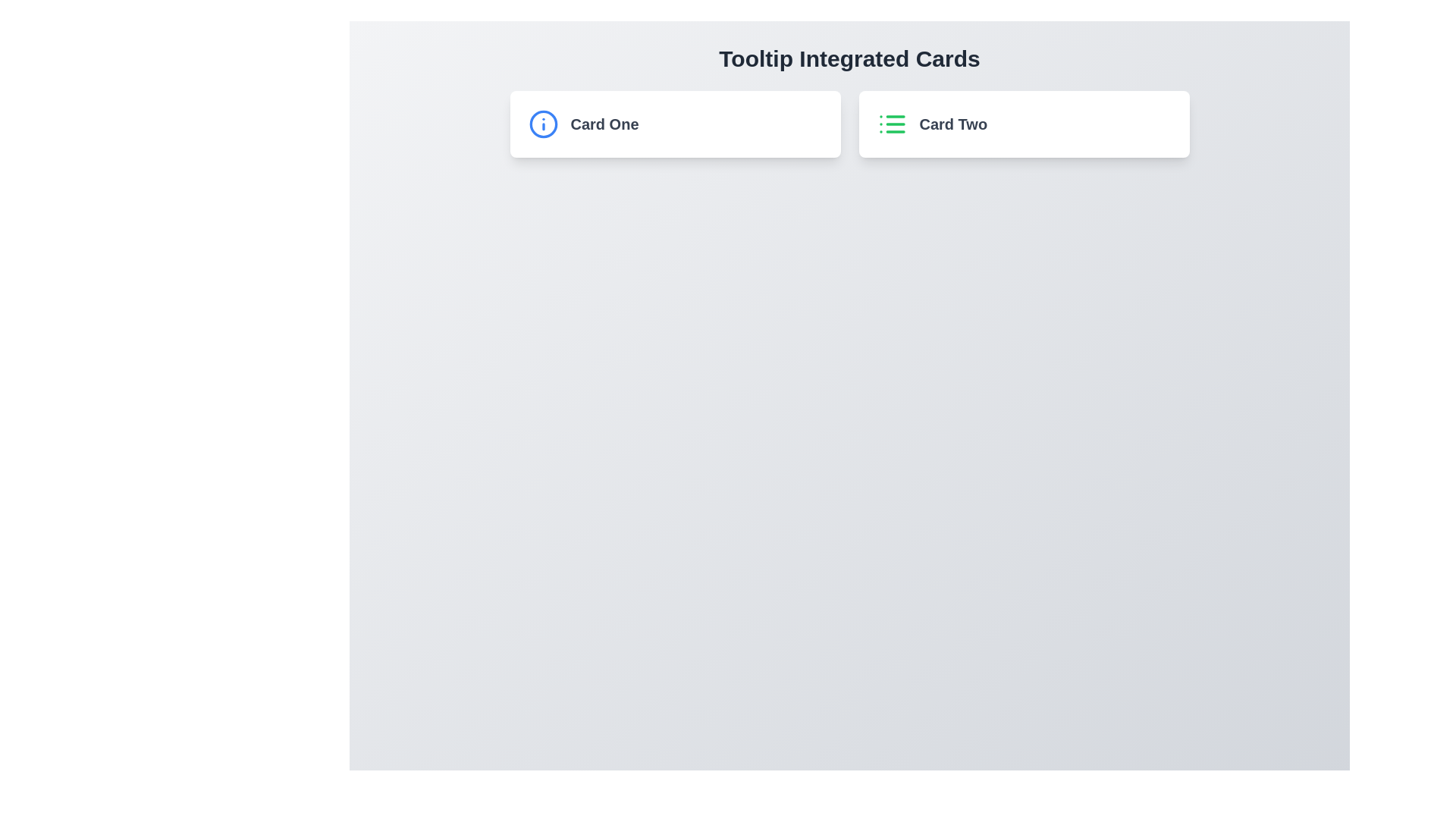  What do you see at coordinates (604, 124) in the screenshot?
I see `on the text label located` at bounding box center [604, 124].